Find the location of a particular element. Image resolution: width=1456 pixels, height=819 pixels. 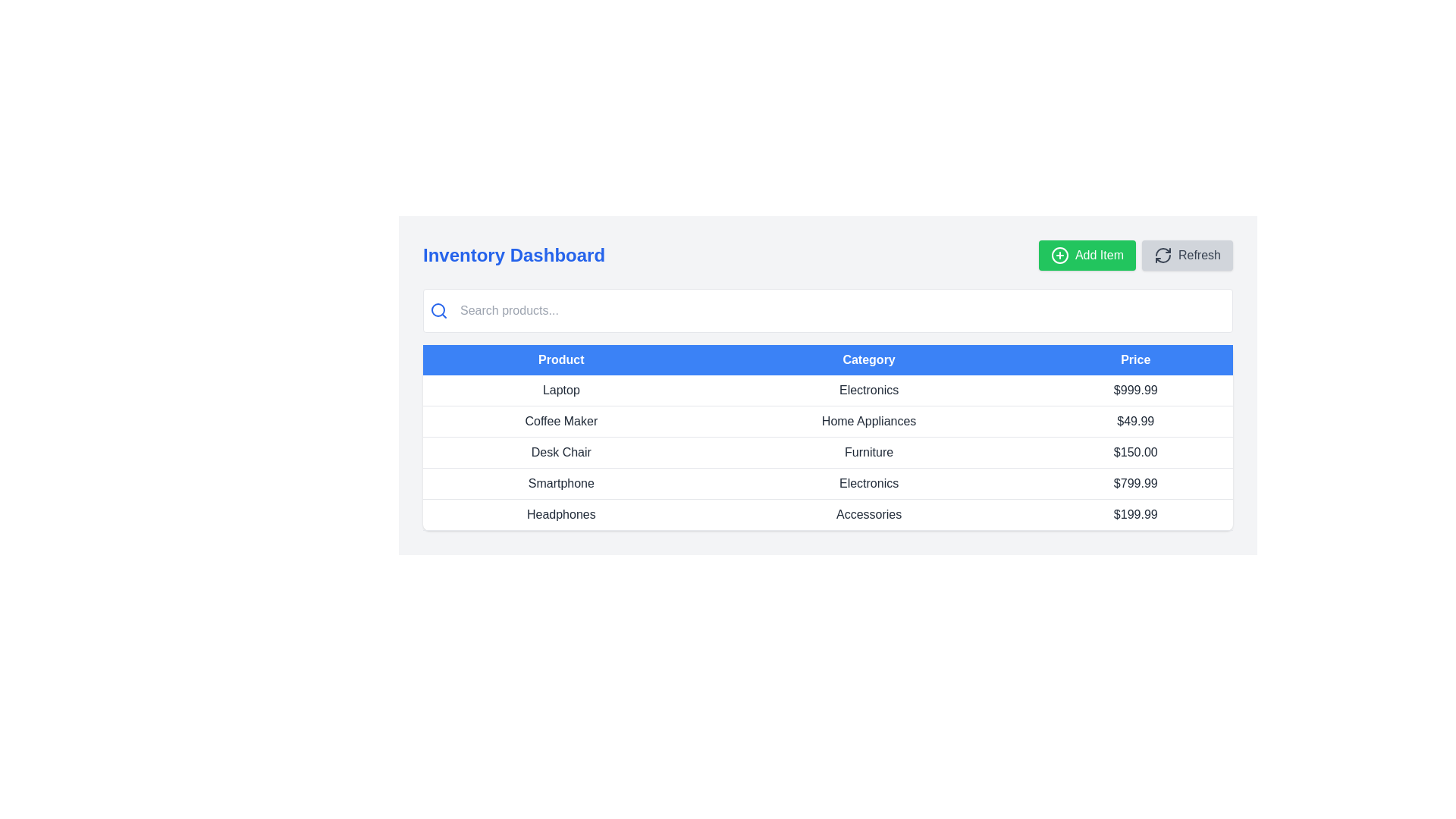

information displayed in the third row of the product list, which is located between 'Coffee Maker' and 'Smartphone' in the table structure is located at coordinates (827, 452).